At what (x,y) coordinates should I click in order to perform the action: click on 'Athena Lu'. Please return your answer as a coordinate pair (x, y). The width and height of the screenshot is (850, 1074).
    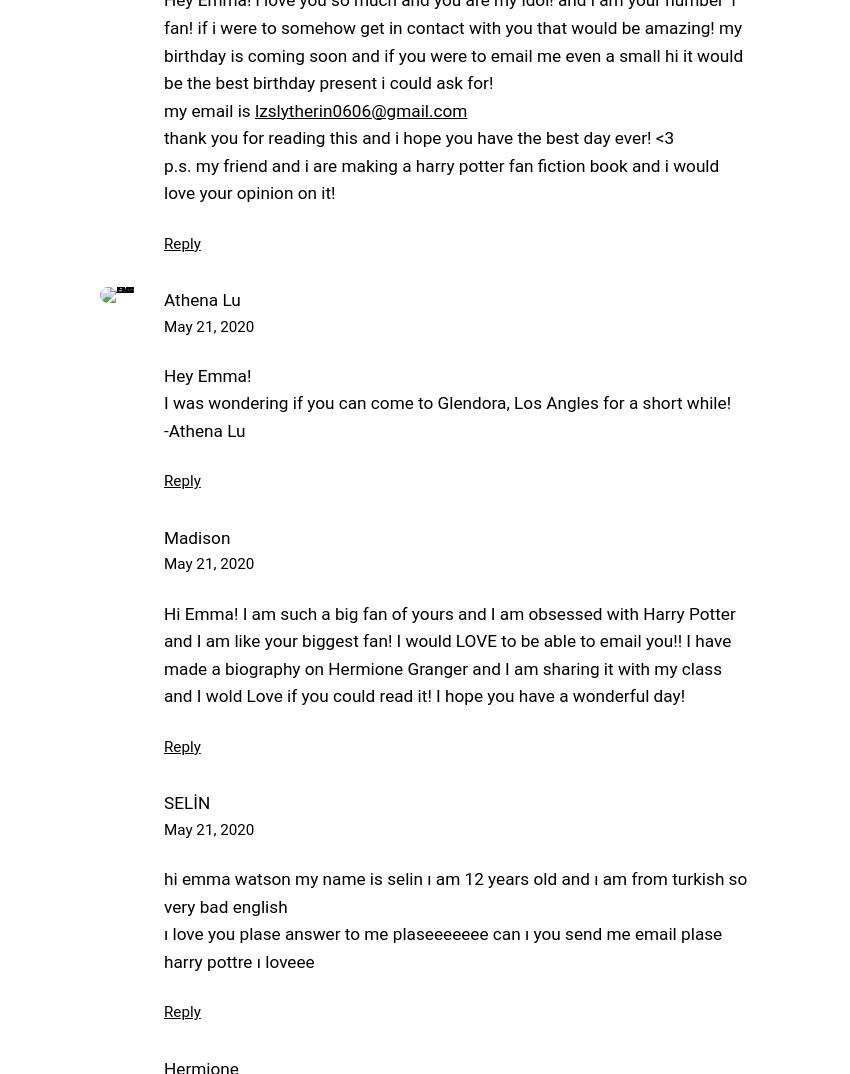
    Looking at the image, I should click on (200, 299).